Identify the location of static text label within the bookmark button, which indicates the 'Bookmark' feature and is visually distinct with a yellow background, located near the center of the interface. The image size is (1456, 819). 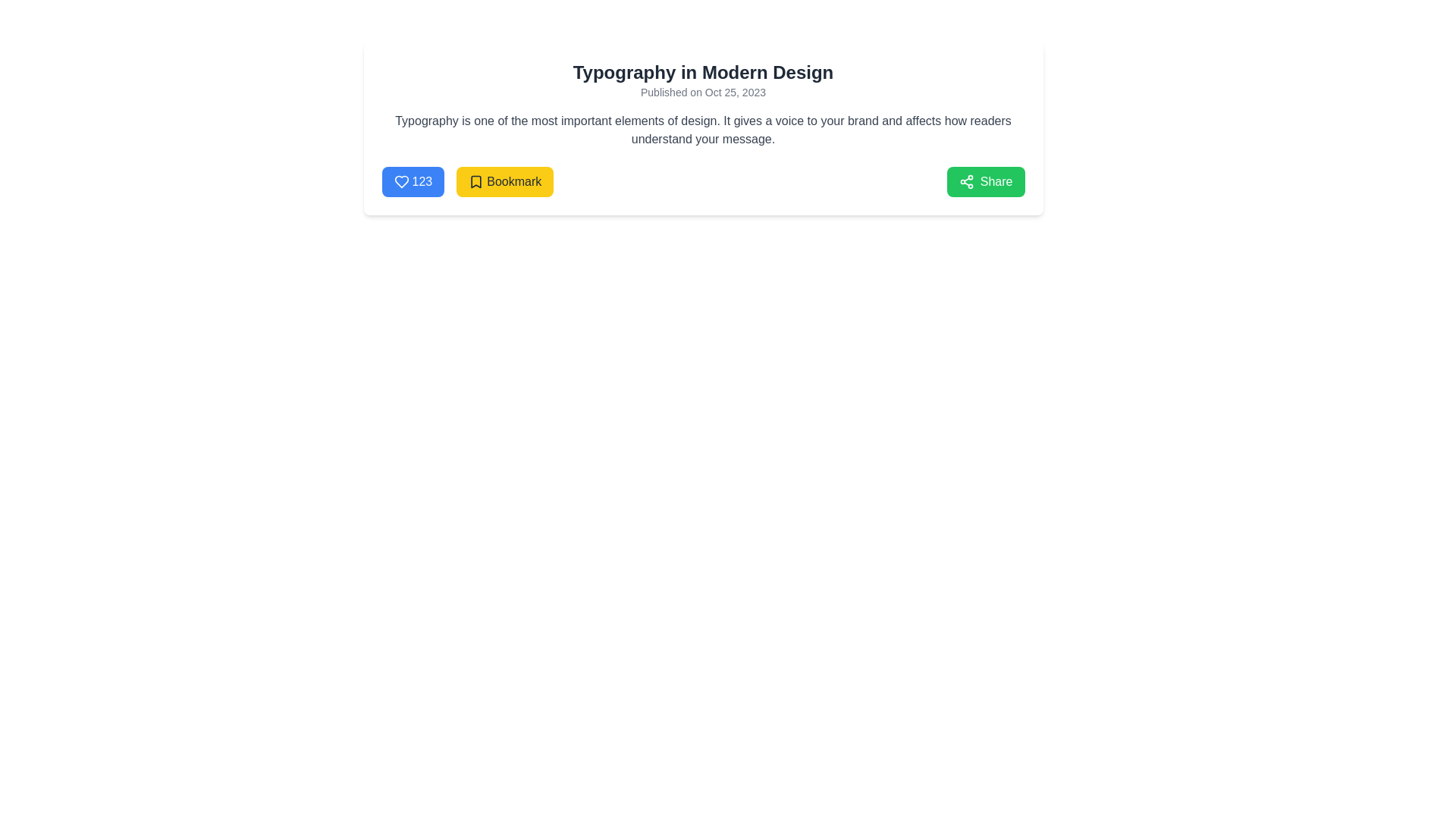
(514, 180).